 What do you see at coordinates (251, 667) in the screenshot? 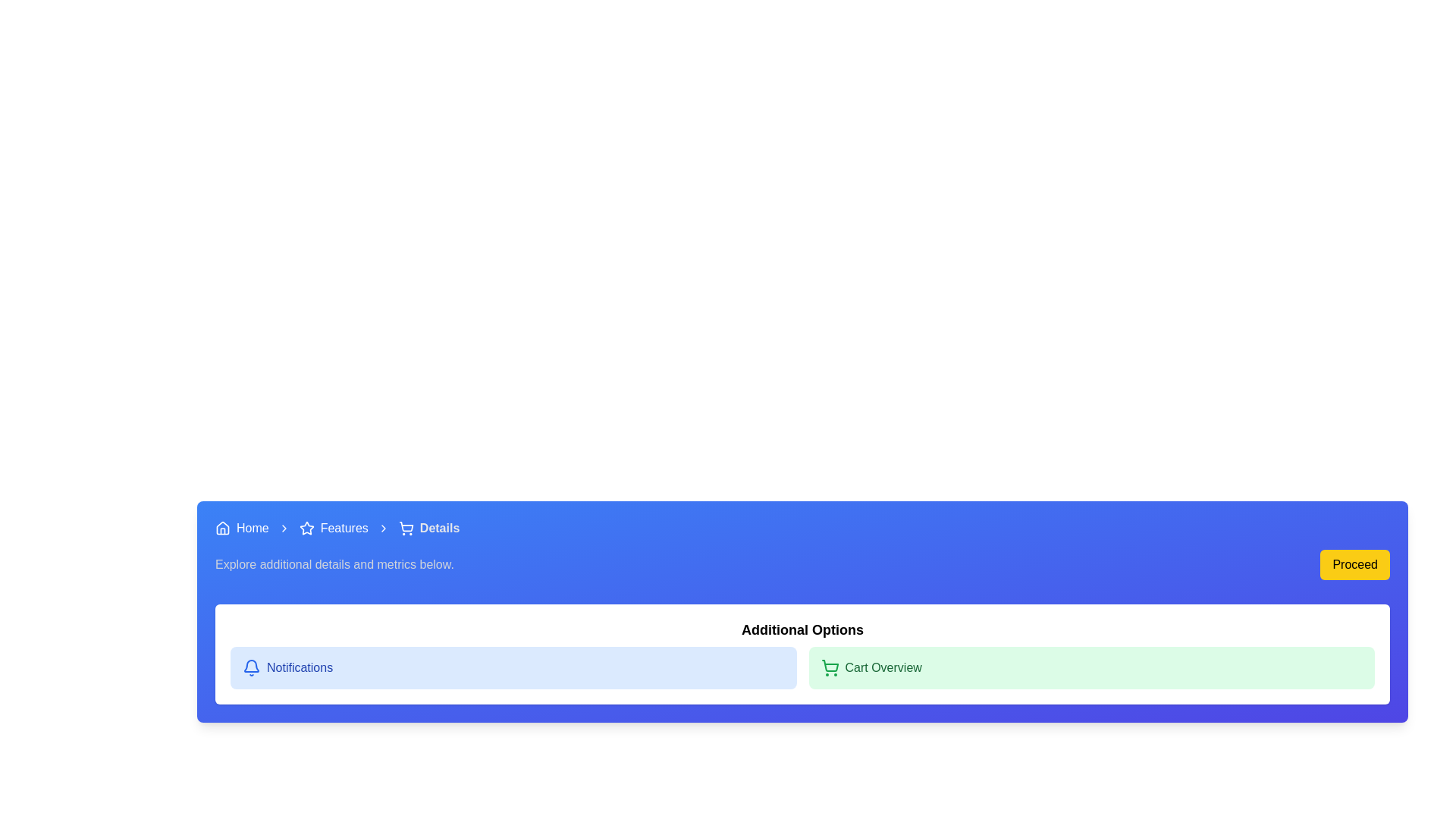
I see `the bell icon located to the far left of the 'Notifications' text` at bounding box center [251, 667].